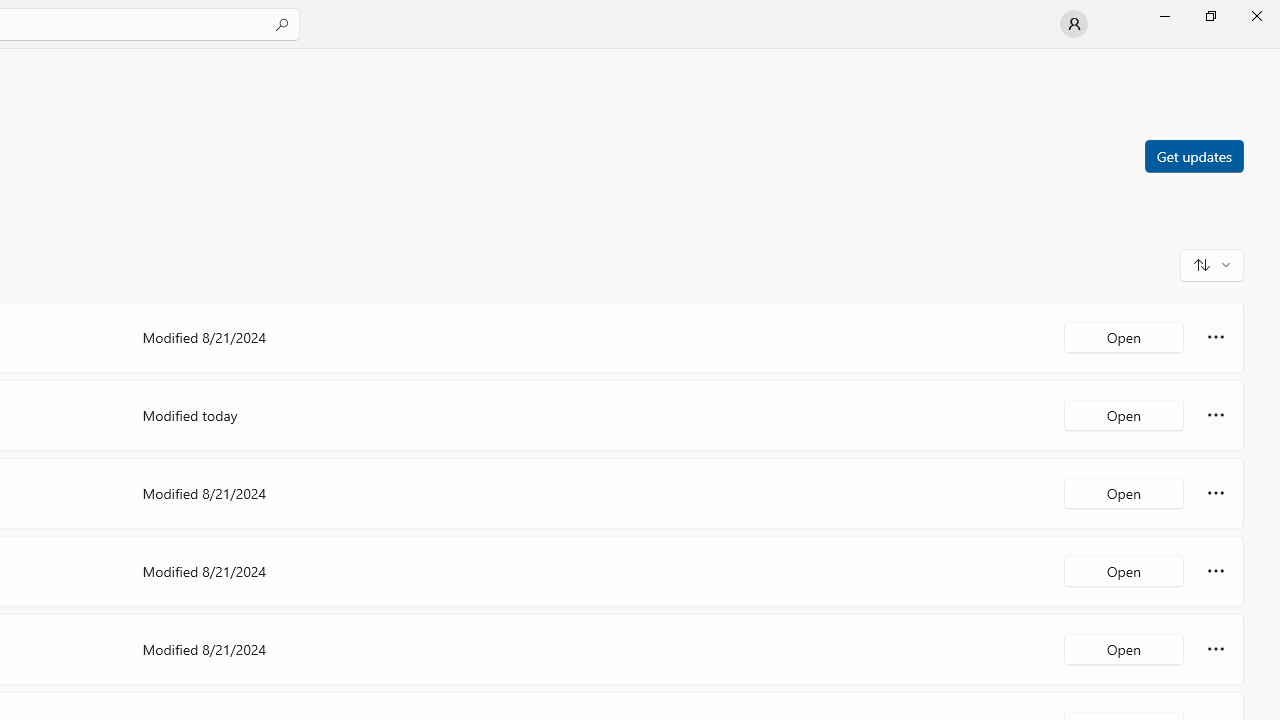  What do you see at coordinates (1193, 154) in the screenshot?
I see `'Get updates'` at bounding box center [1193, 154].